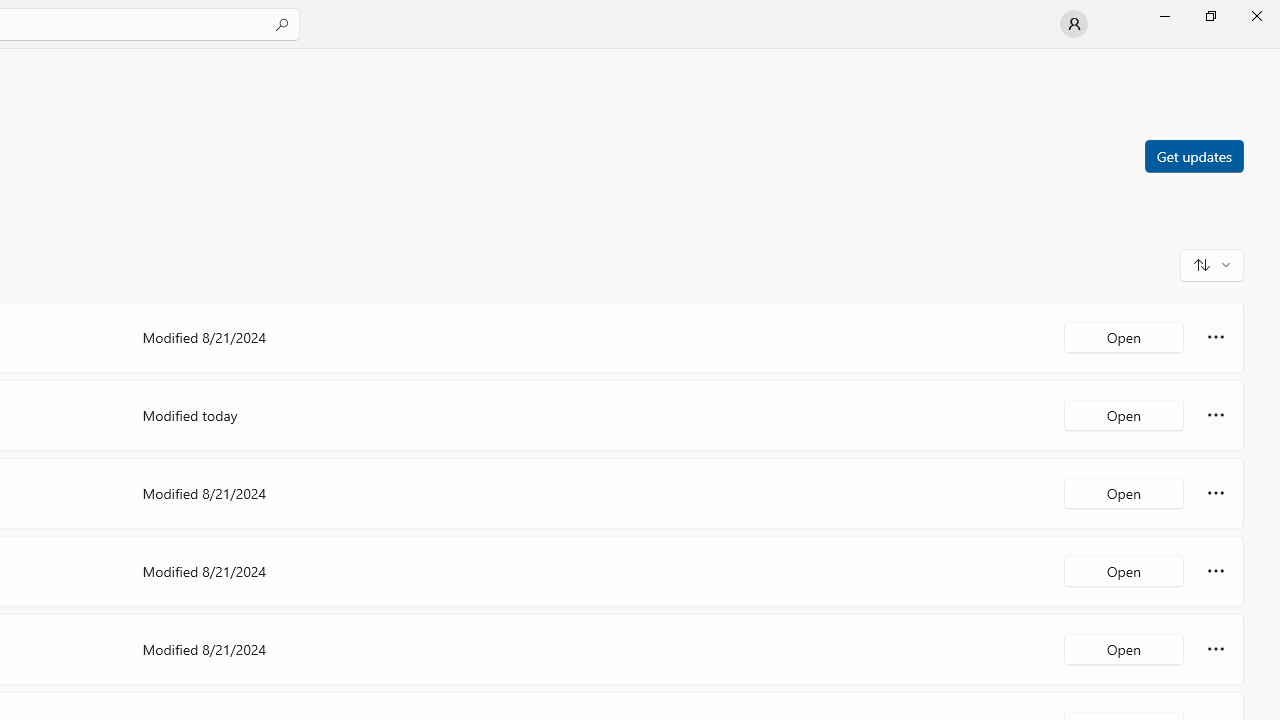  What do you see at coordinates (1193, 154) in the screenshot?
I see `'Get updates'` at bounding box center [1193, 154].